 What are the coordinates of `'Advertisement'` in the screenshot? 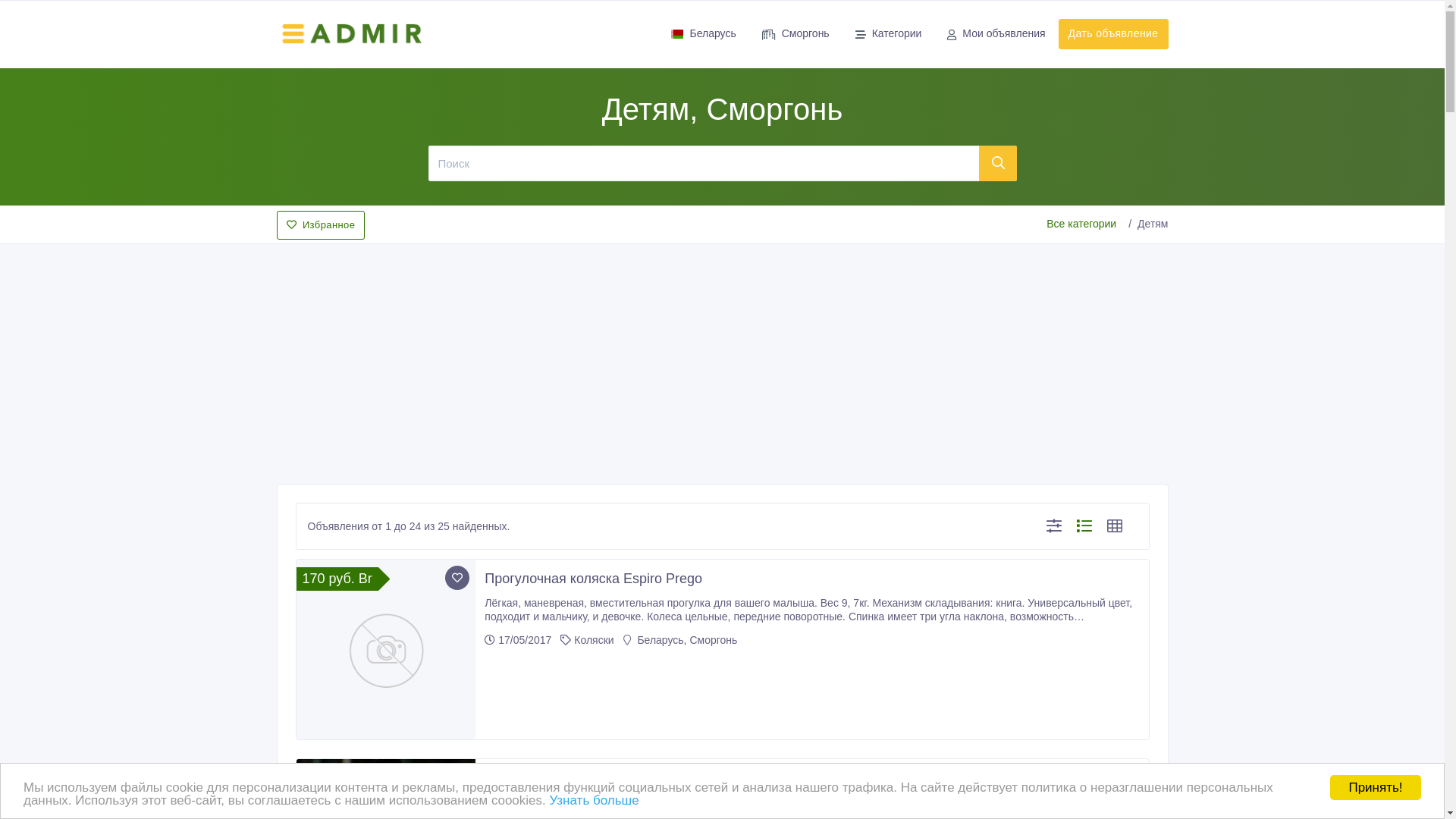 It's located at (276, 359).